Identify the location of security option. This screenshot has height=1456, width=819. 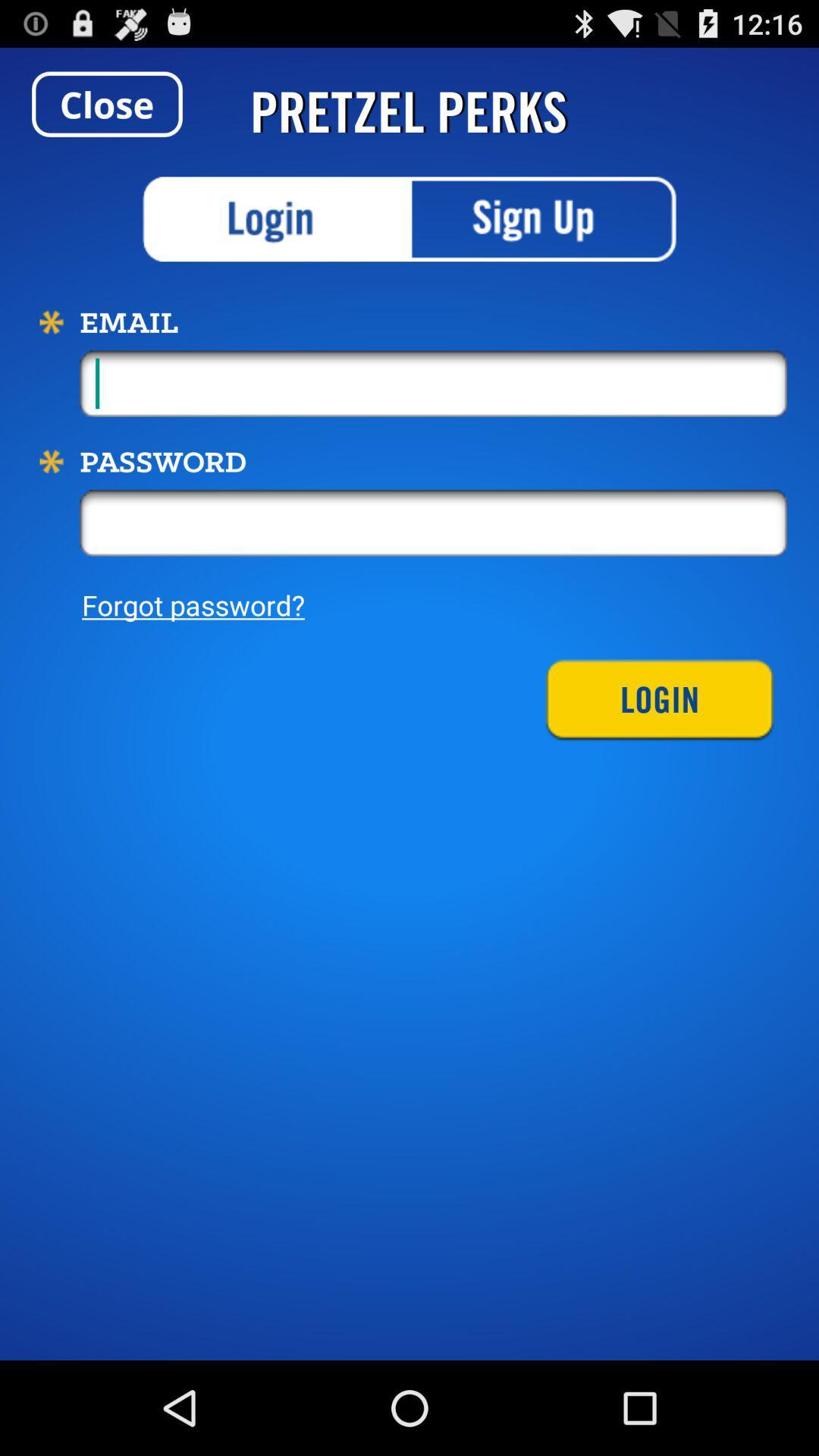
(276, 218).